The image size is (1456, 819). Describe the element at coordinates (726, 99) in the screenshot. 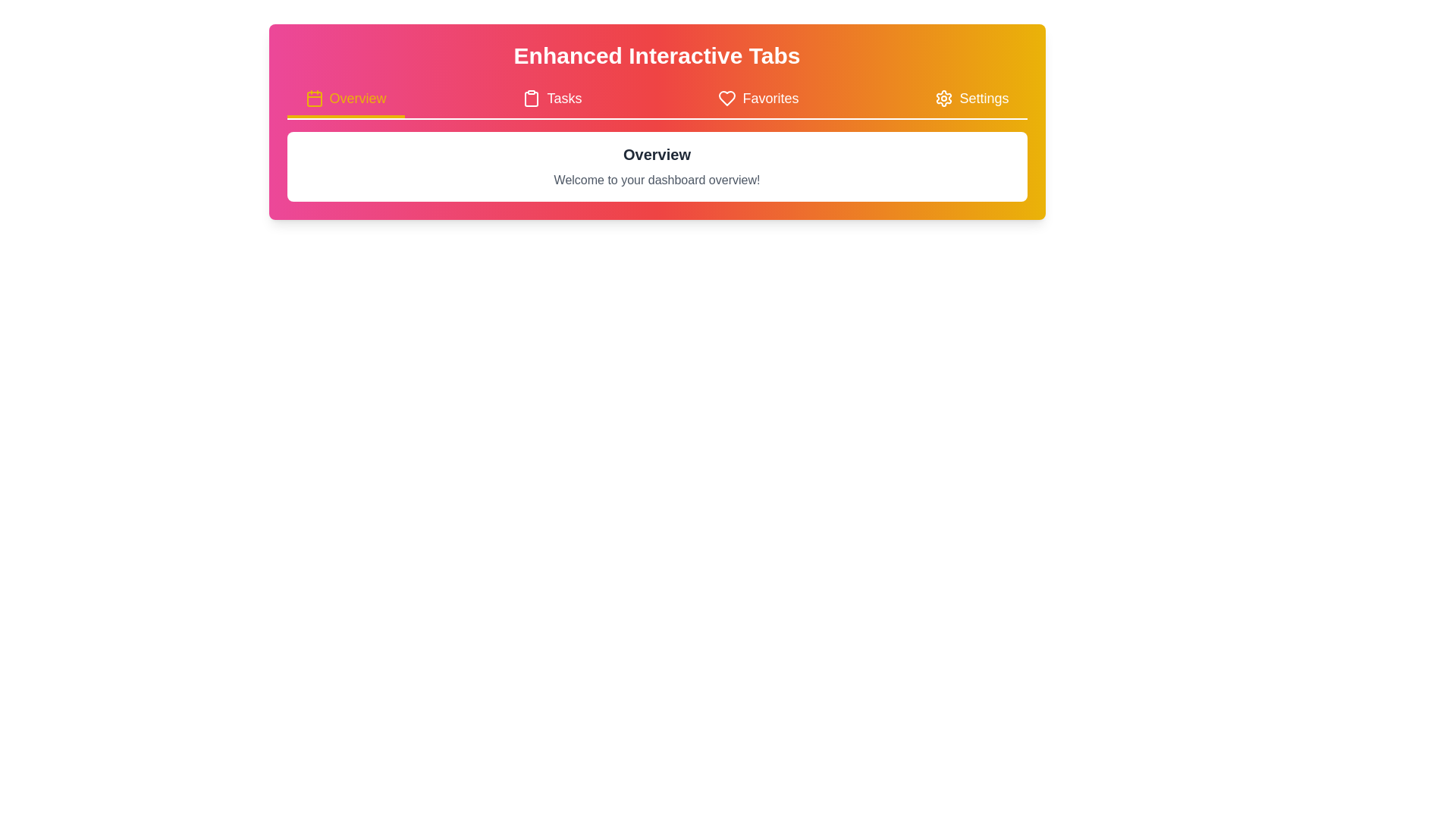

I see `the heart-shaped 'Favorites' icon` at that location.